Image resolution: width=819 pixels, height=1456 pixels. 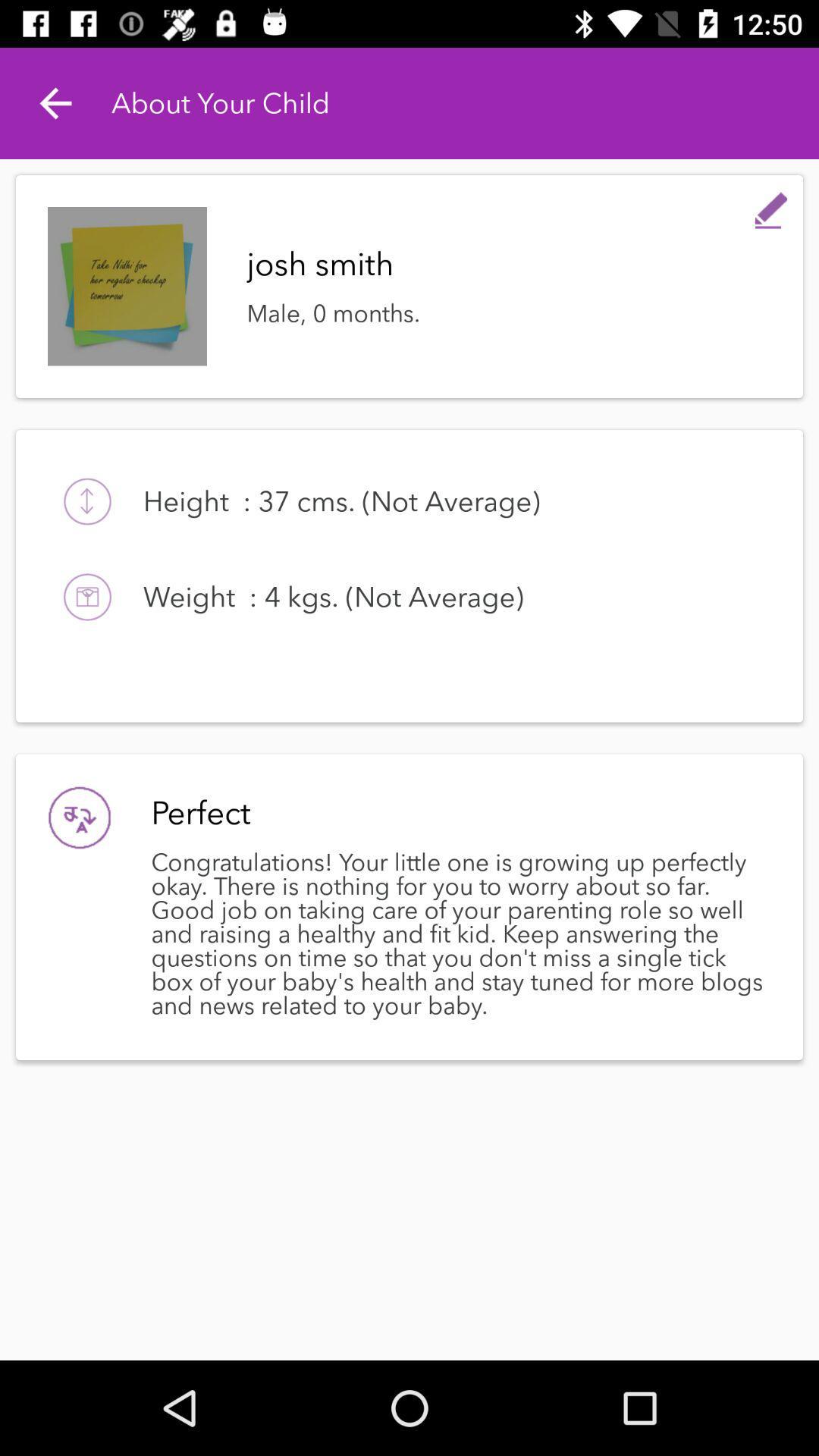 What do you see at coordinates (456, 812) in the screenshot?
I see `the perfect` at bounding box center [456, 812].